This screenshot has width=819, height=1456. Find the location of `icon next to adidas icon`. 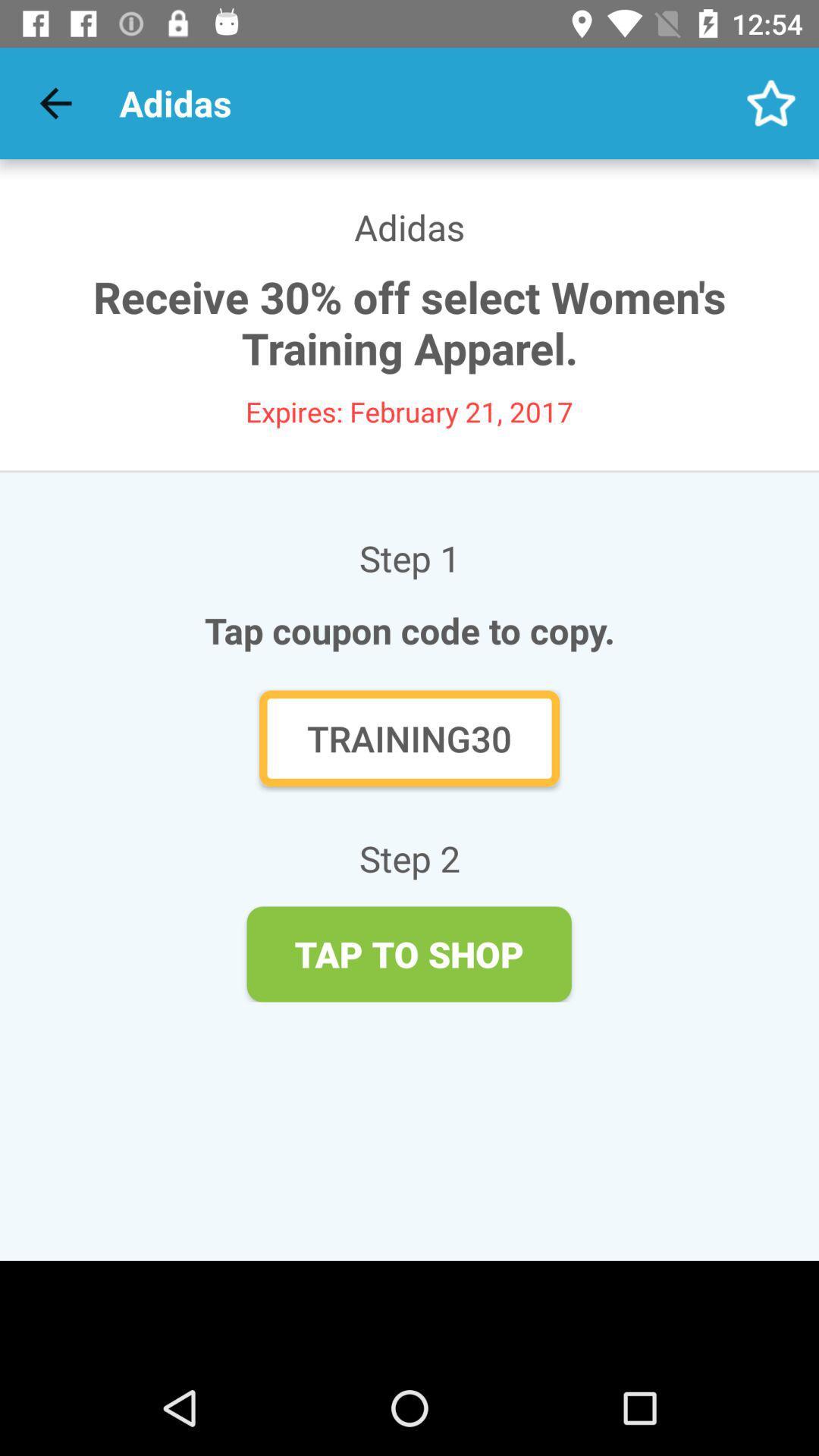

icon next to adidas icon is located at coordinates (771, 102).